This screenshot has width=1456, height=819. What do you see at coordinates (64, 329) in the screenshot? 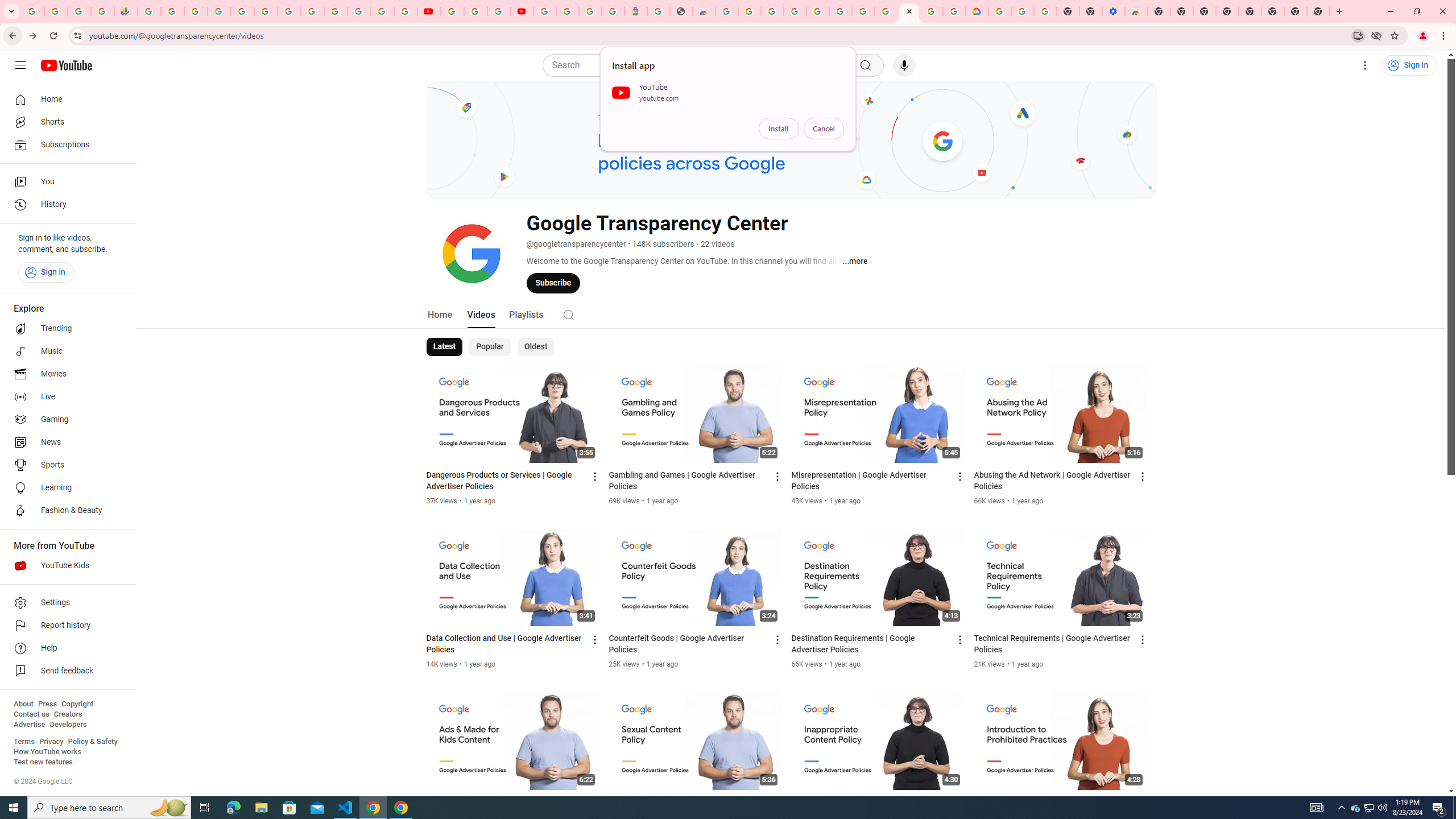
I see `'Trending'` at bounding box center [64, 329].